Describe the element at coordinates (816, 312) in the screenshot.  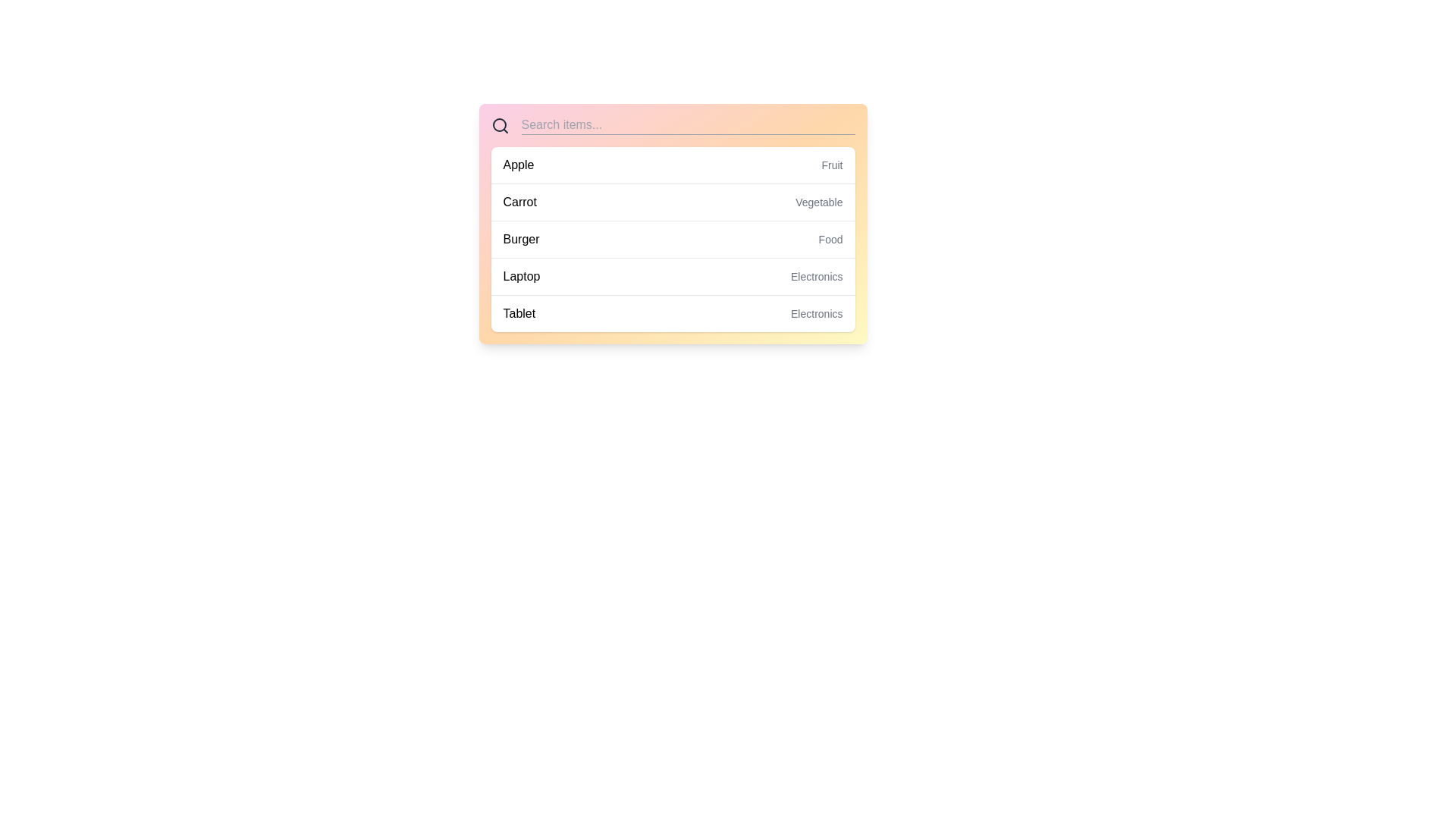
I see `the text label indicating the category 'Tablet' located in the right-aligned section of the list` at that location.